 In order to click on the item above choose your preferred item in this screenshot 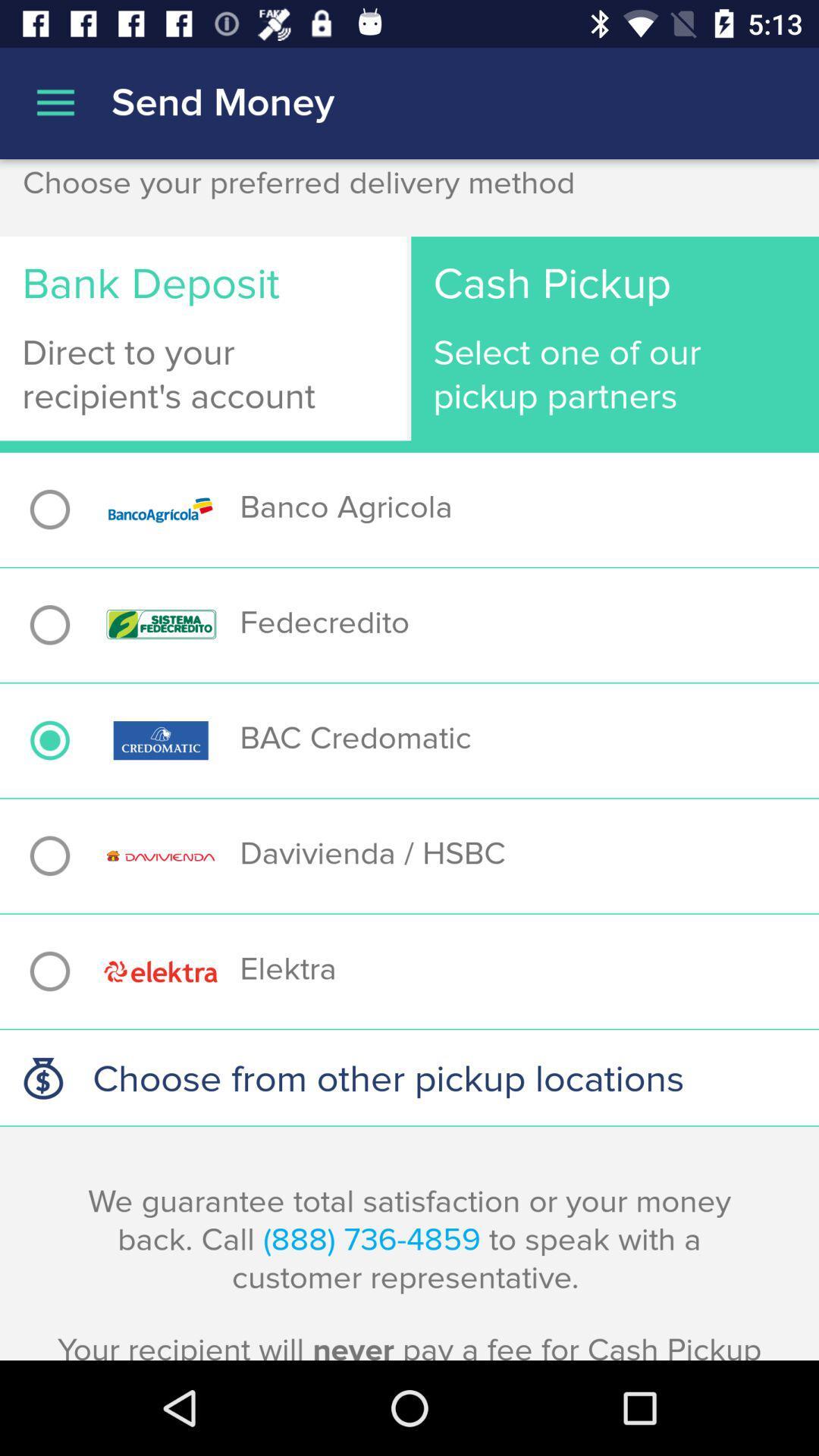, I will do `click(55, 102)`.